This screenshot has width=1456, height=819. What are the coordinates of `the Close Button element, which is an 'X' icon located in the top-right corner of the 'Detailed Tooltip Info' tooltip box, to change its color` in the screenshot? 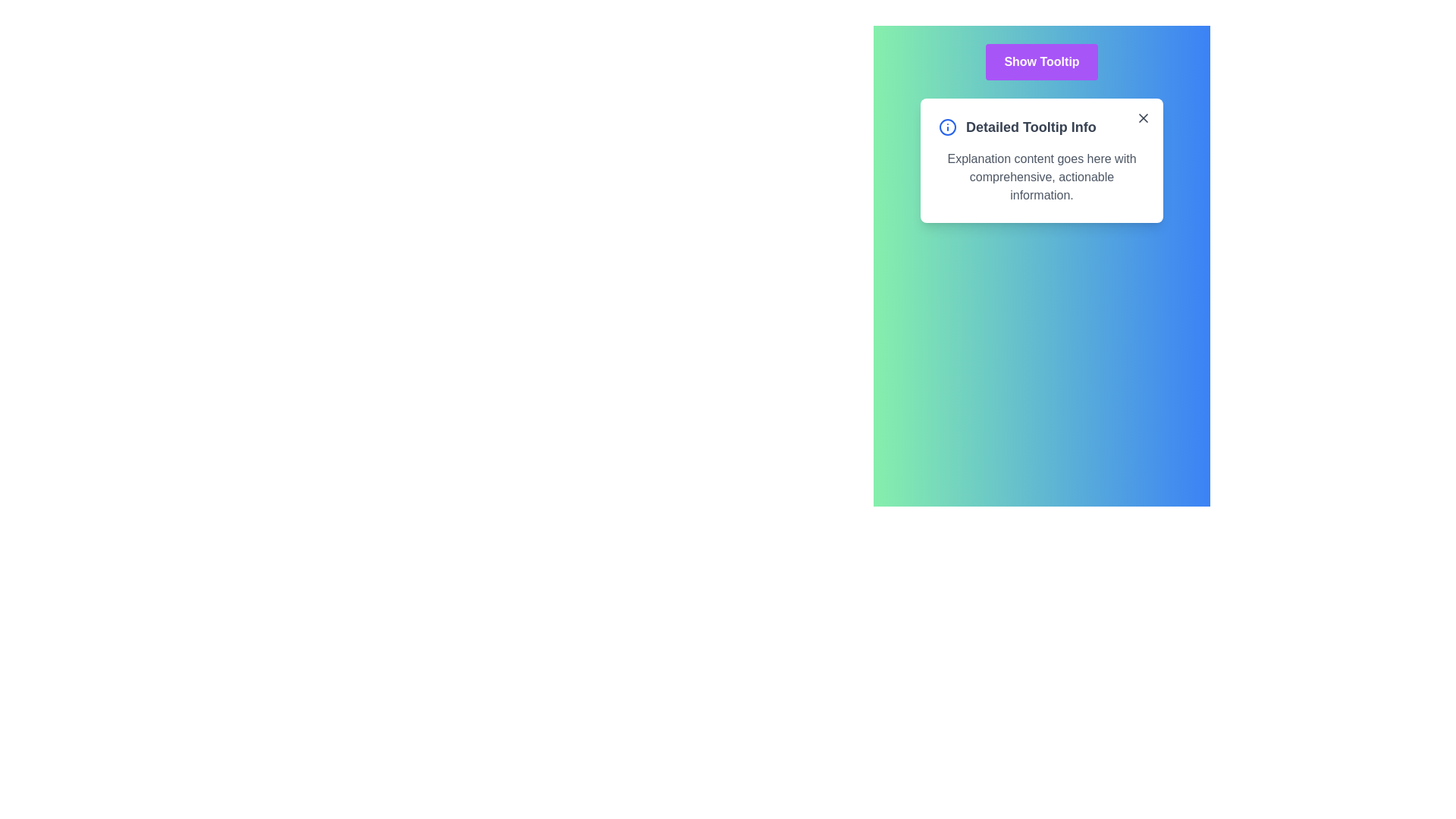 It's located at (1143, 117).